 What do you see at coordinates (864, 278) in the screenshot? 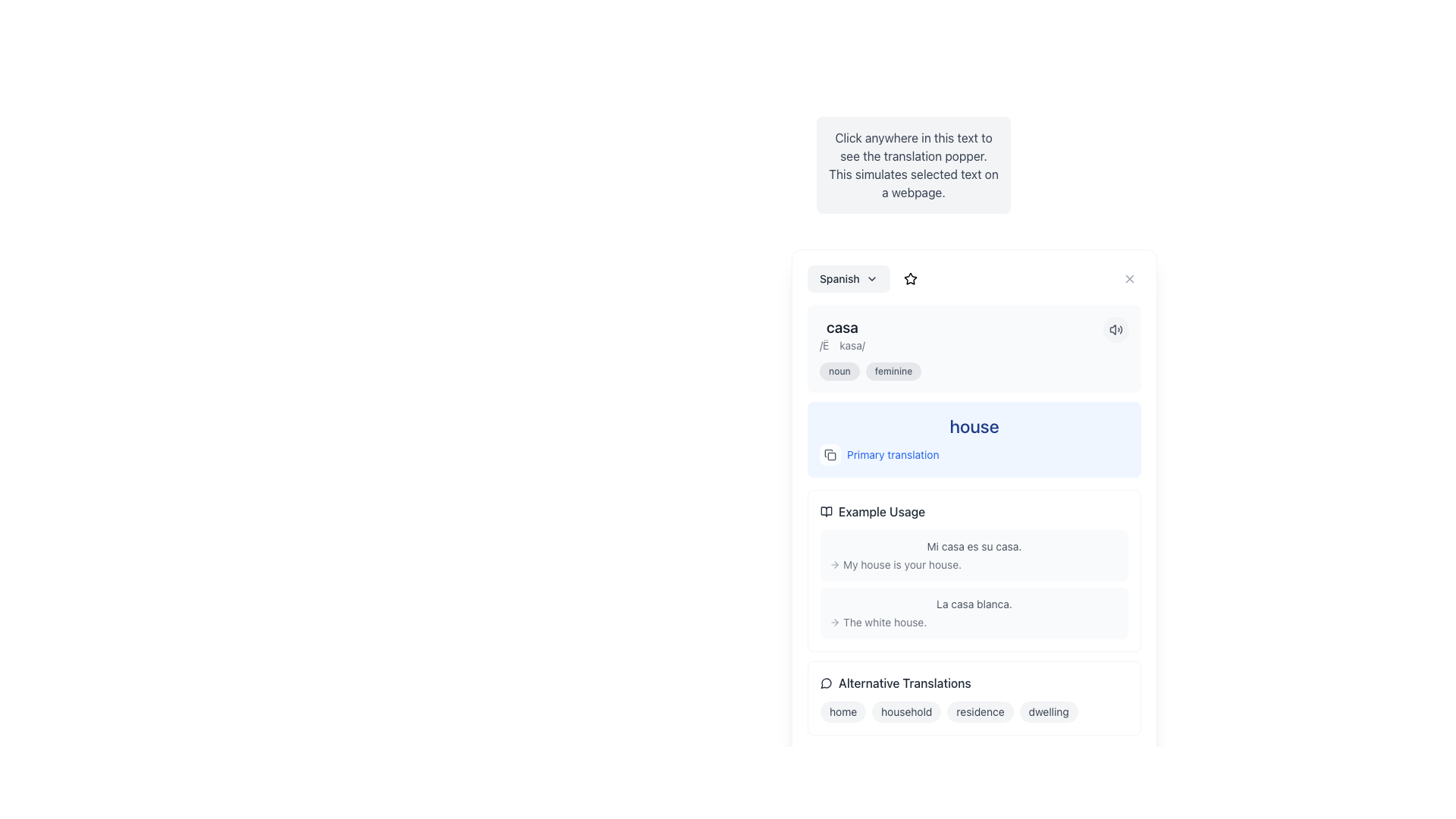
I see `the 'Spanish' text label with the chevron icon to potentially reveal tooltip information` at bounding box center [864, 278].